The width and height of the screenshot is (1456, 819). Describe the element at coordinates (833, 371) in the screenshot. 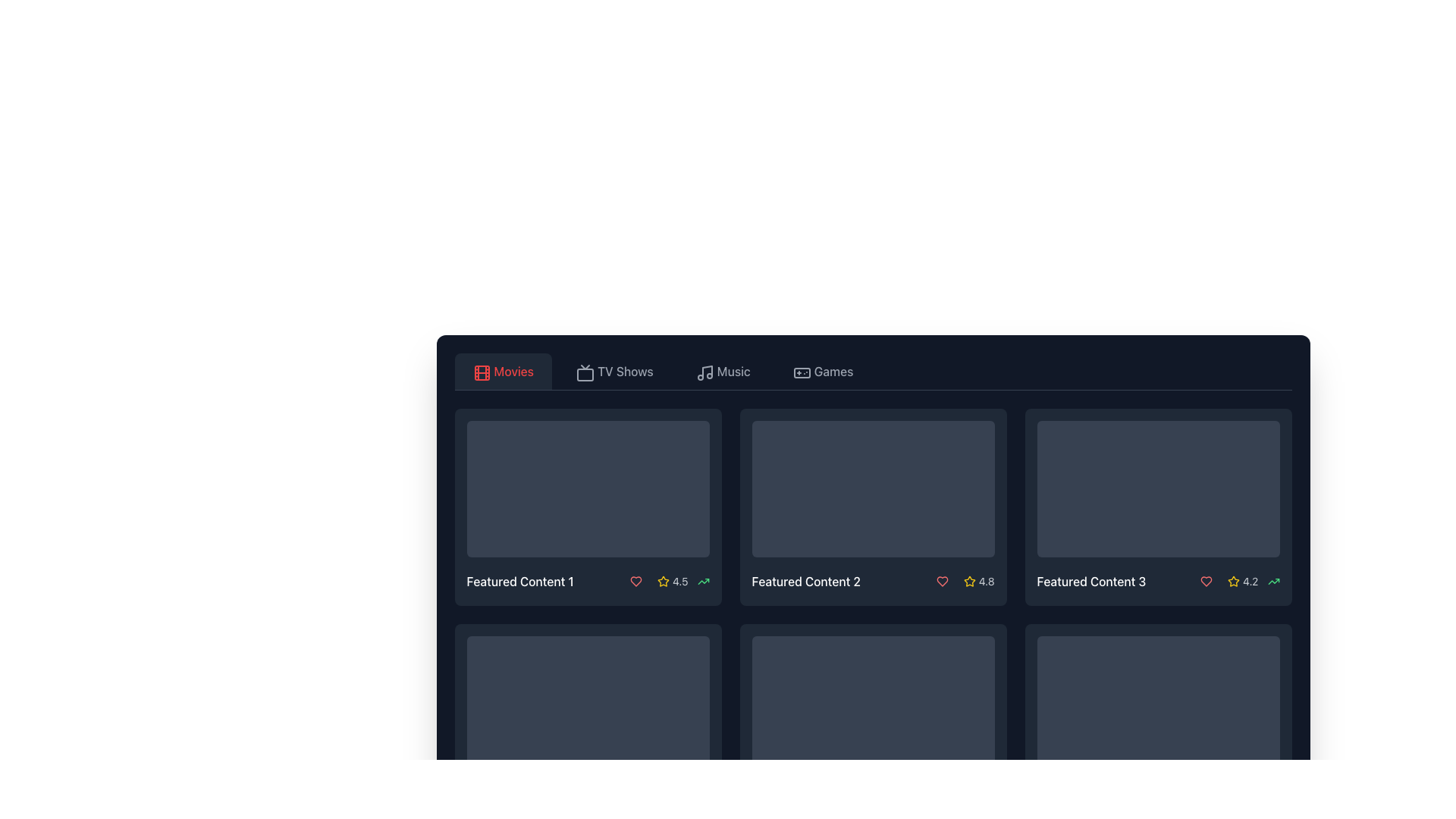

I see `the 'Games' text label in the navigation bar` at that location.